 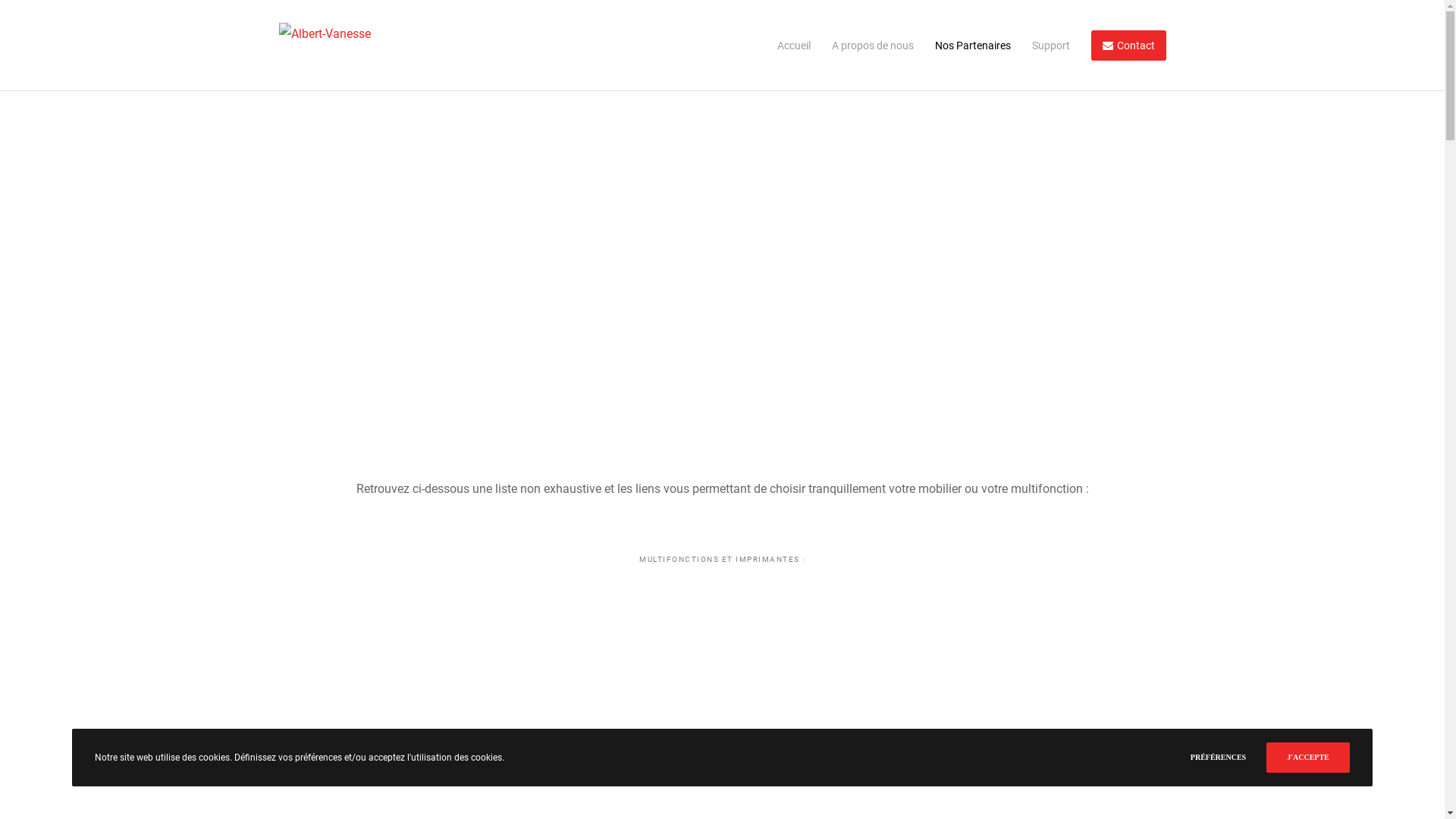 What do you see at coordinates (960, 45) in the screenshot?
I see `'Nos Partenaires'` at bounding box center [960, 45].